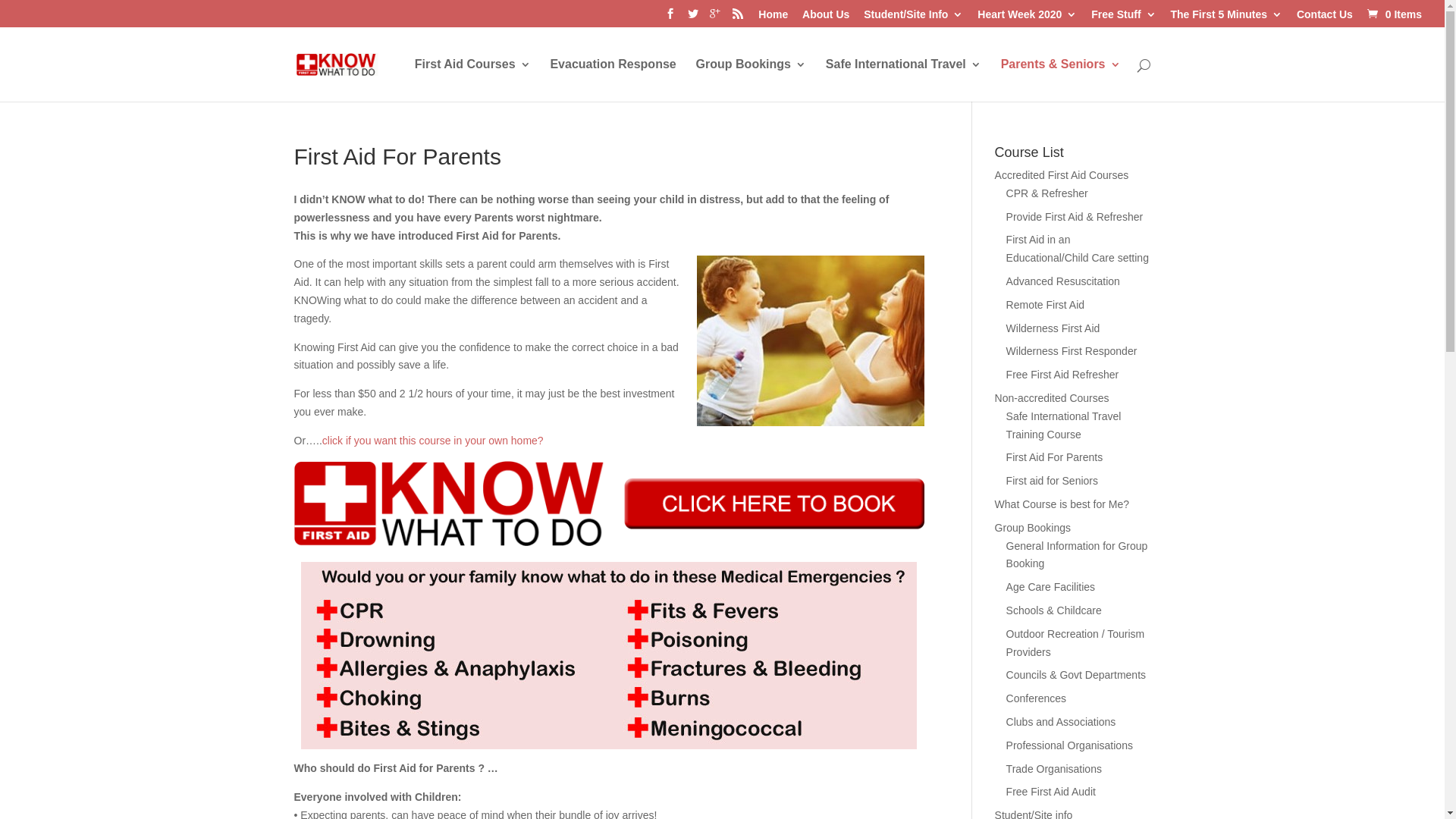 The width and height of the screenshot is (1456, 819). What do you see at coordinates (432, 441) in the screenshot?
I see `'click if you want this course in your own home?'` at bounding box center [432, 441].